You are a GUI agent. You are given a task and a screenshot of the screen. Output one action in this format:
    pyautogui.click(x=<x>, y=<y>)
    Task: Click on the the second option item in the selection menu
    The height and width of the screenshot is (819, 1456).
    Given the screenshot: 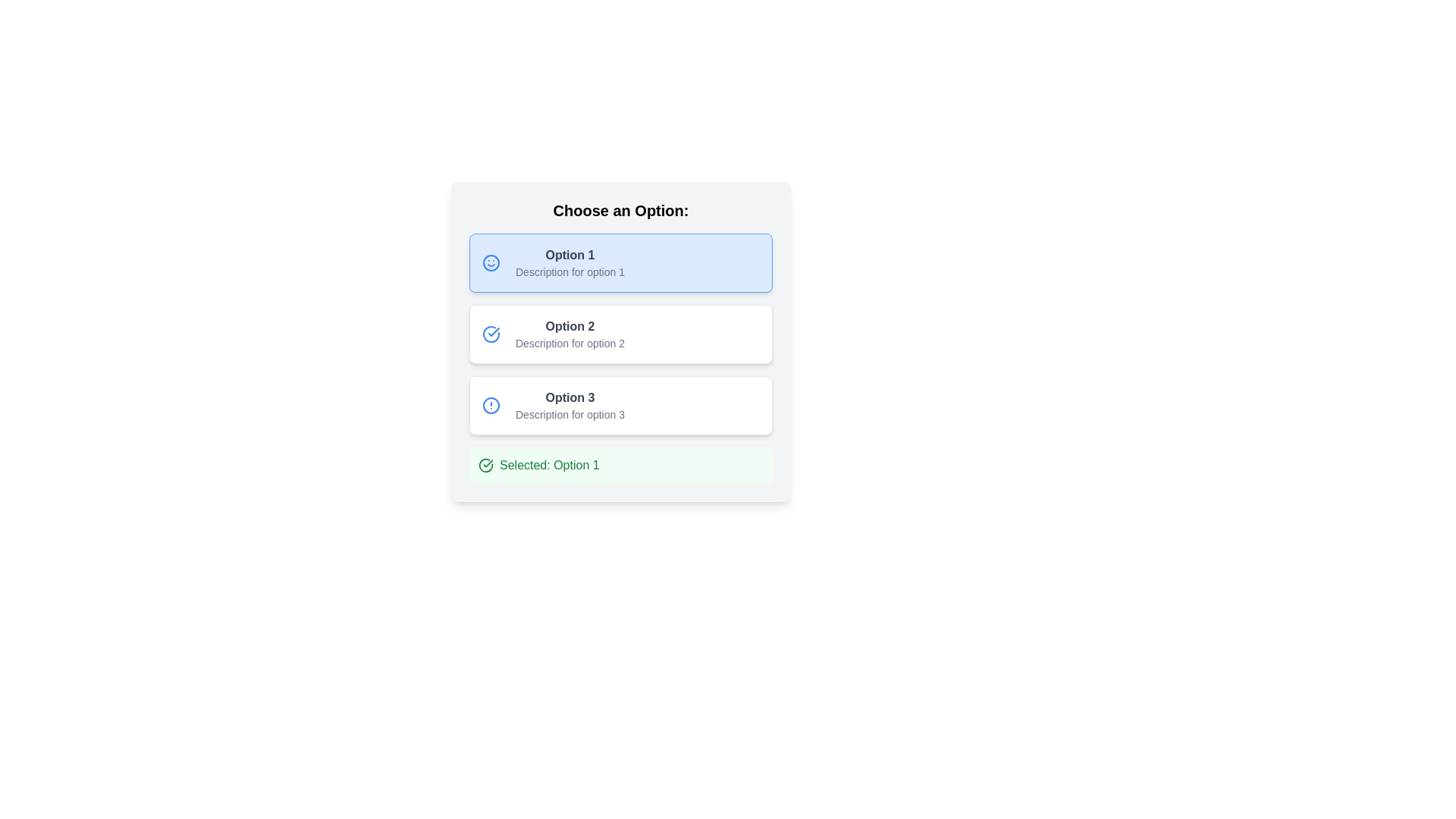 What is the action you would take?
    pyautogui.click(x=621, y=333)
    